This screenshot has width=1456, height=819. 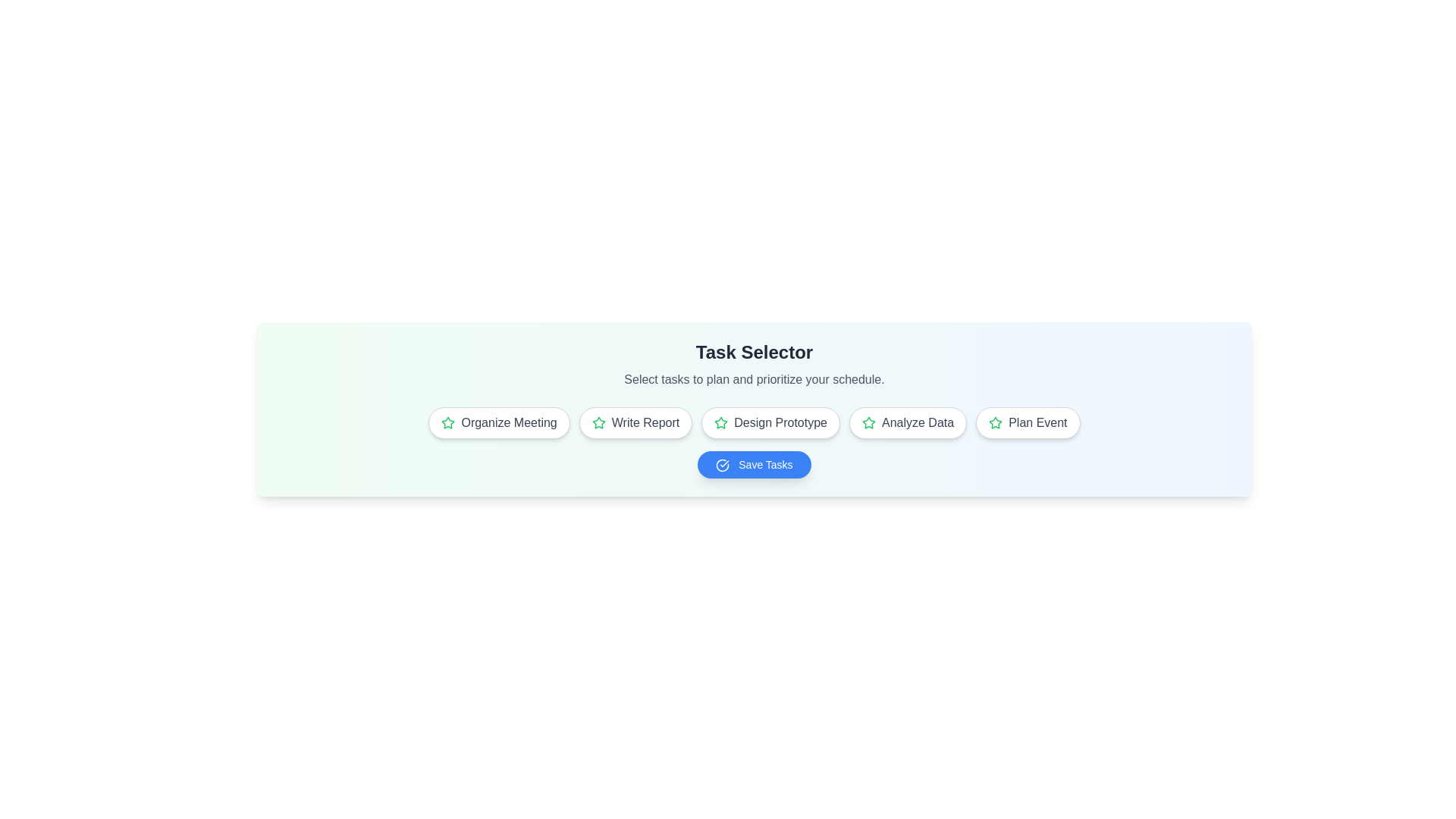 I want to click on the task Organize Meeting to select it, so click(x=499, y=423).